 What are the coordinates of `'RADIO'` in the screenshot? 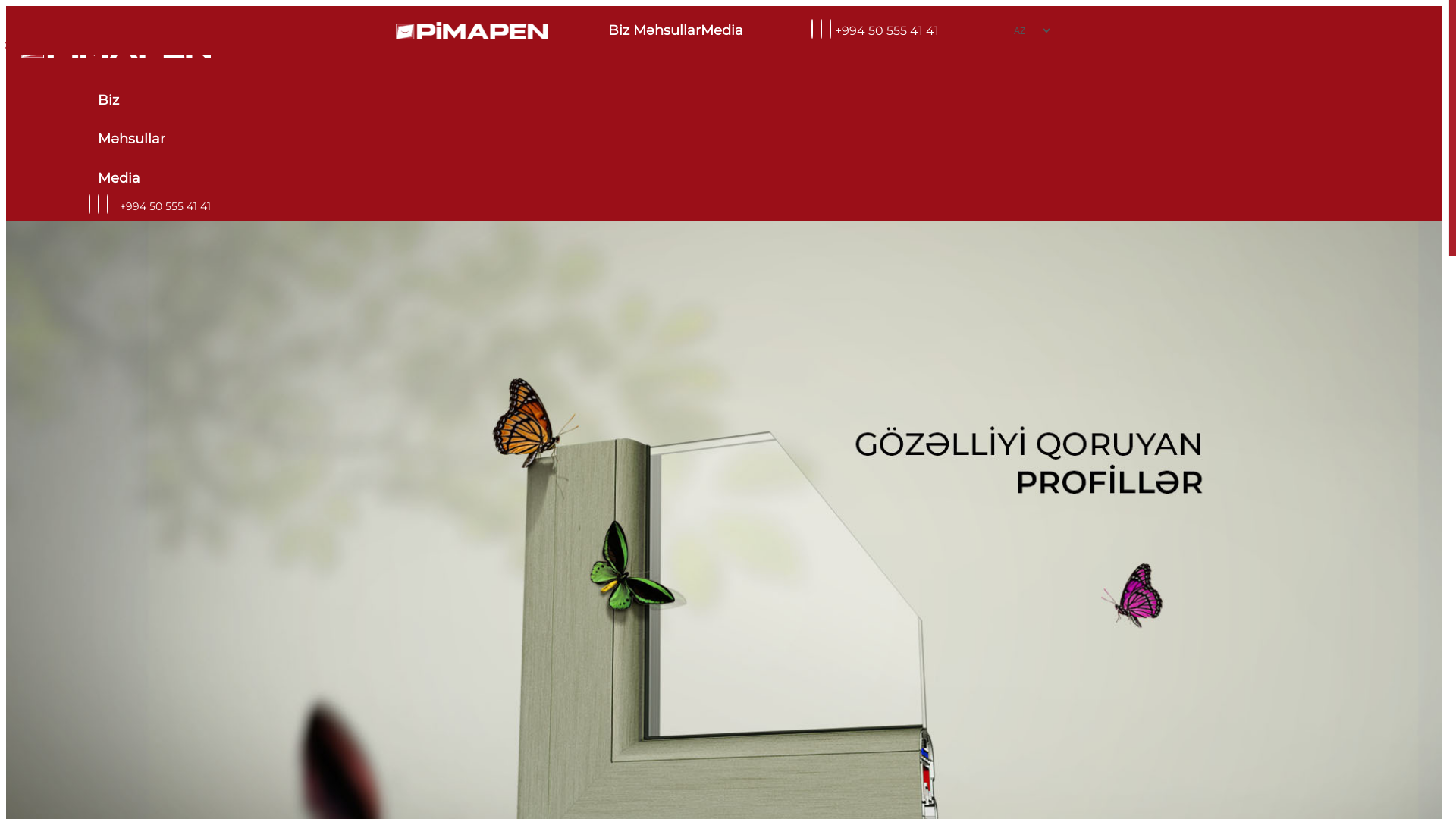 It's located at (139, 44).